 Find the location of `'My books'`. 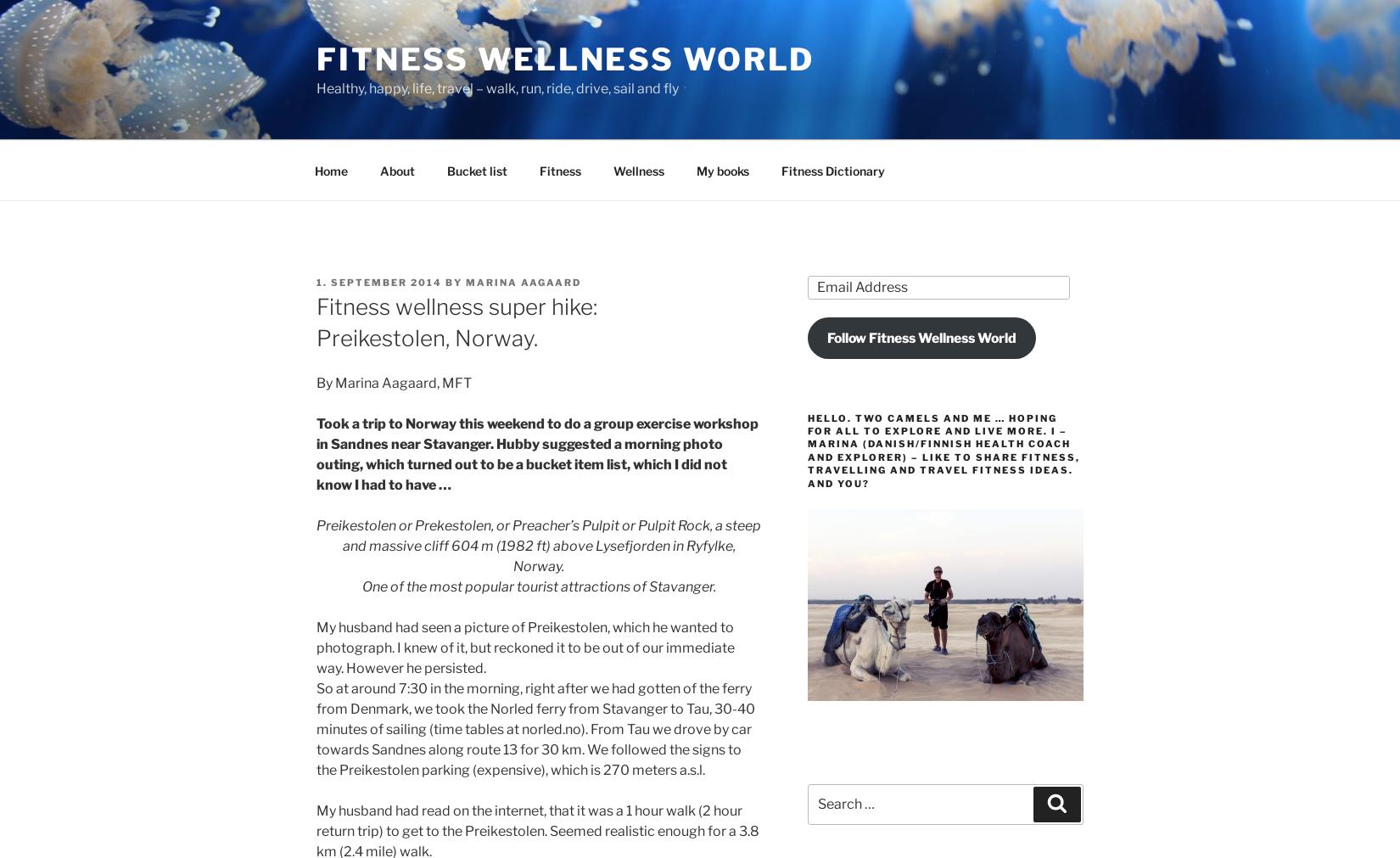

'My books' is located at coordinates (722, 170).